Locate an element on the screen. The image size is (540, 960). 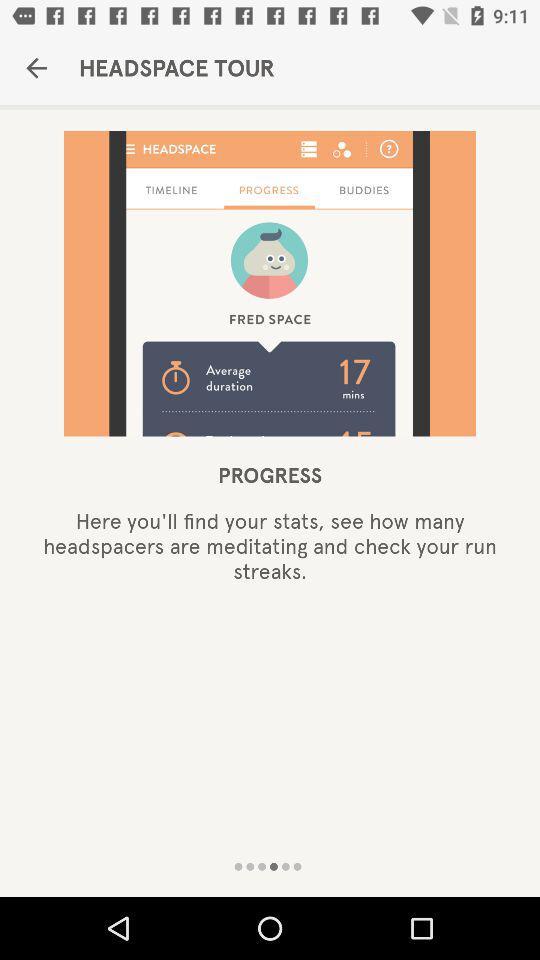
the icon to the left of headspace tour item is located at coordinates (36, 68).